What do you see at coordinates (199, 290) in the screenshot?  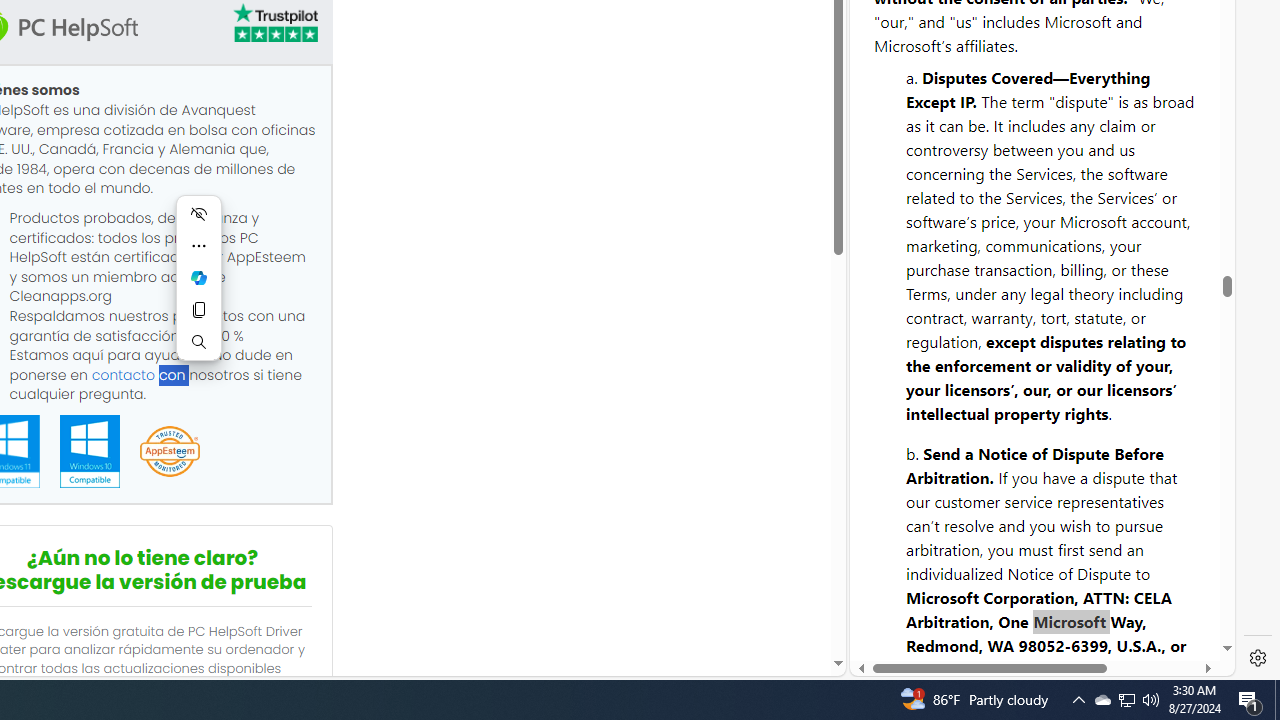 I see `'Mini menu on text selection'` at bounding box center [199, 290].